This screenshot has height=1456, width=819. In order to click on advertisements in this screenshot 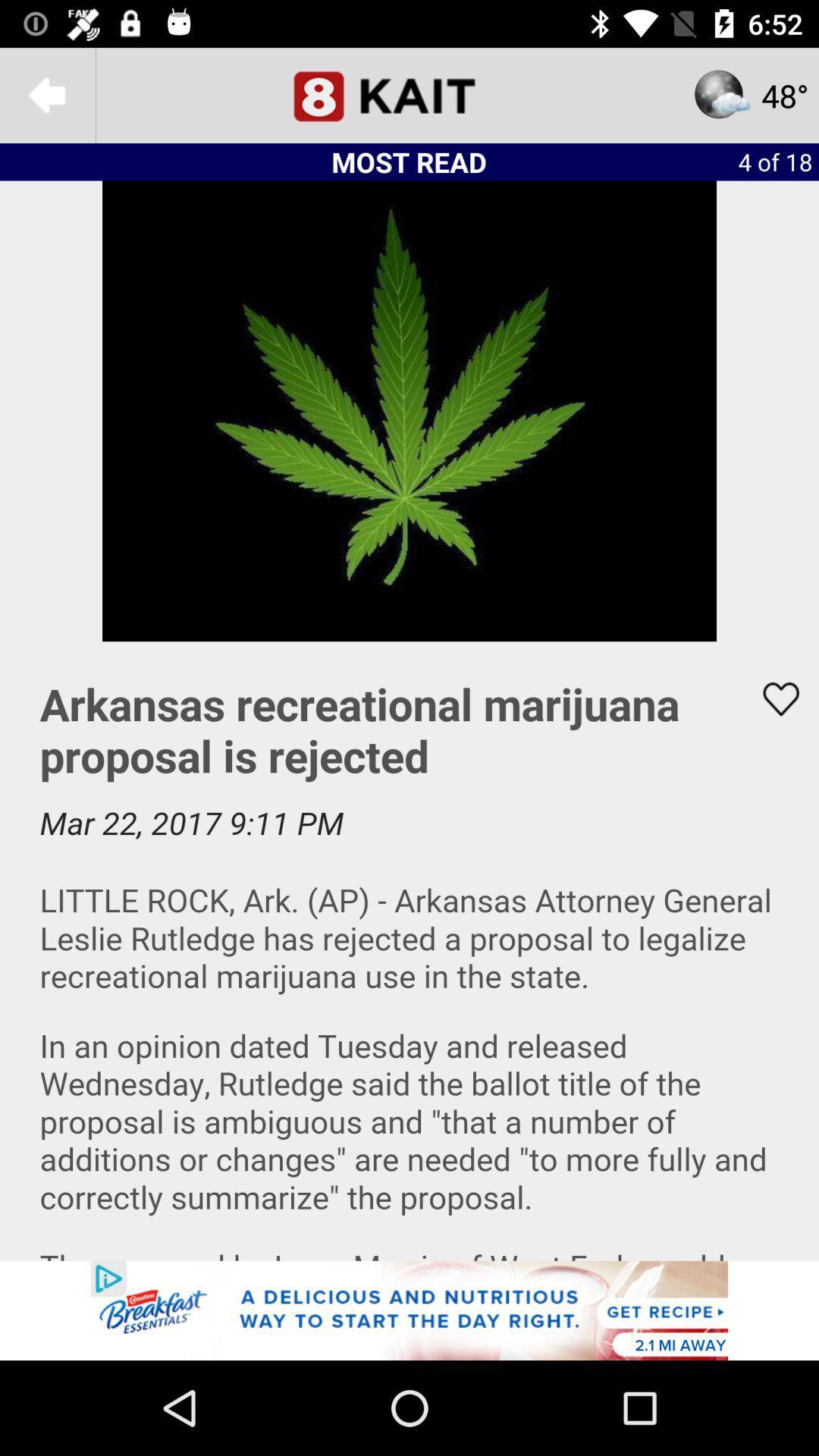, I will do `click(409, 1310)`.